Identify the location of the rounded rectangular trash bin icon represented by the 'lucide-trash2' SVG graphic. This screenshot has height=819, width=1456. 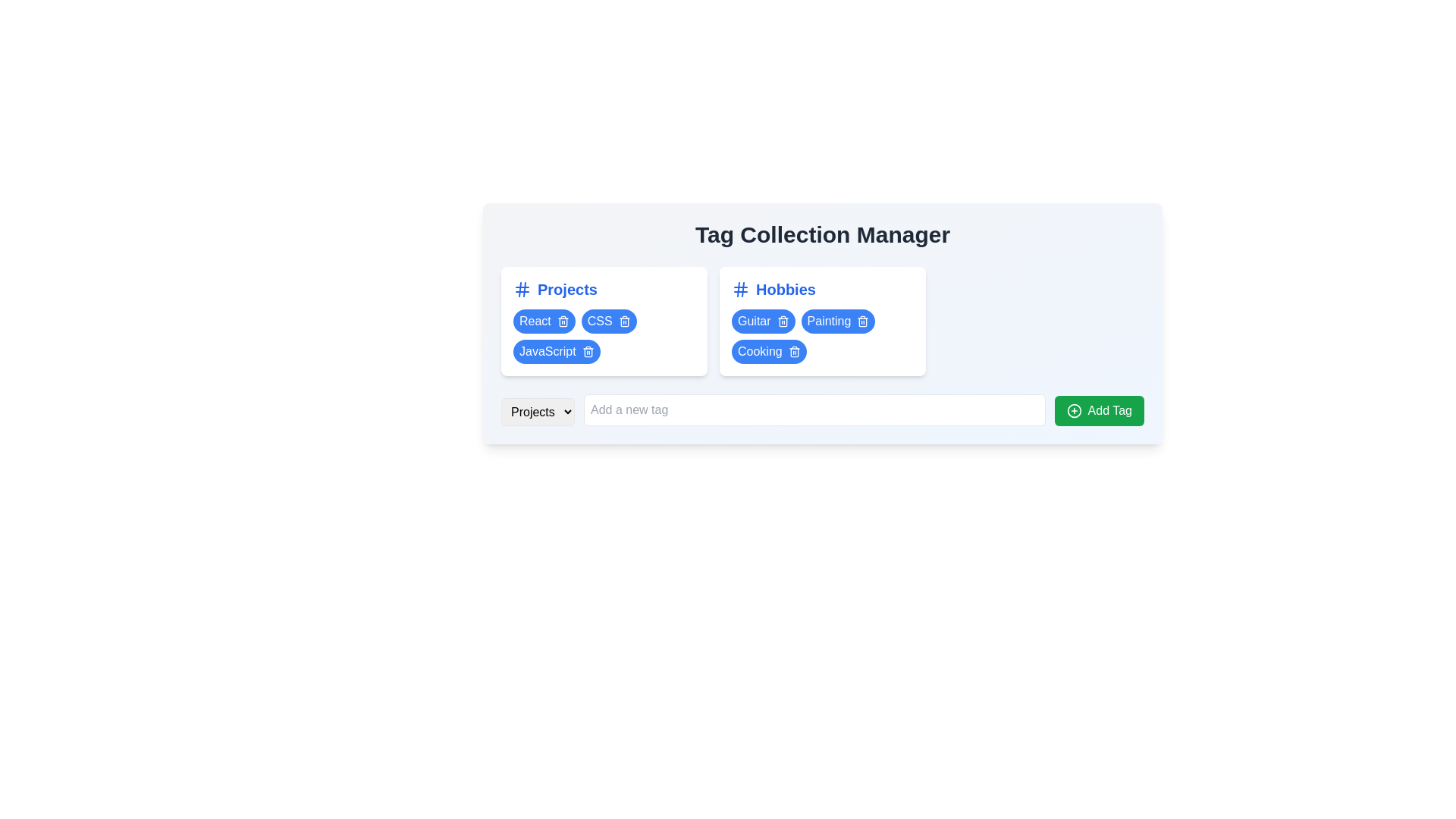
(562, 322).